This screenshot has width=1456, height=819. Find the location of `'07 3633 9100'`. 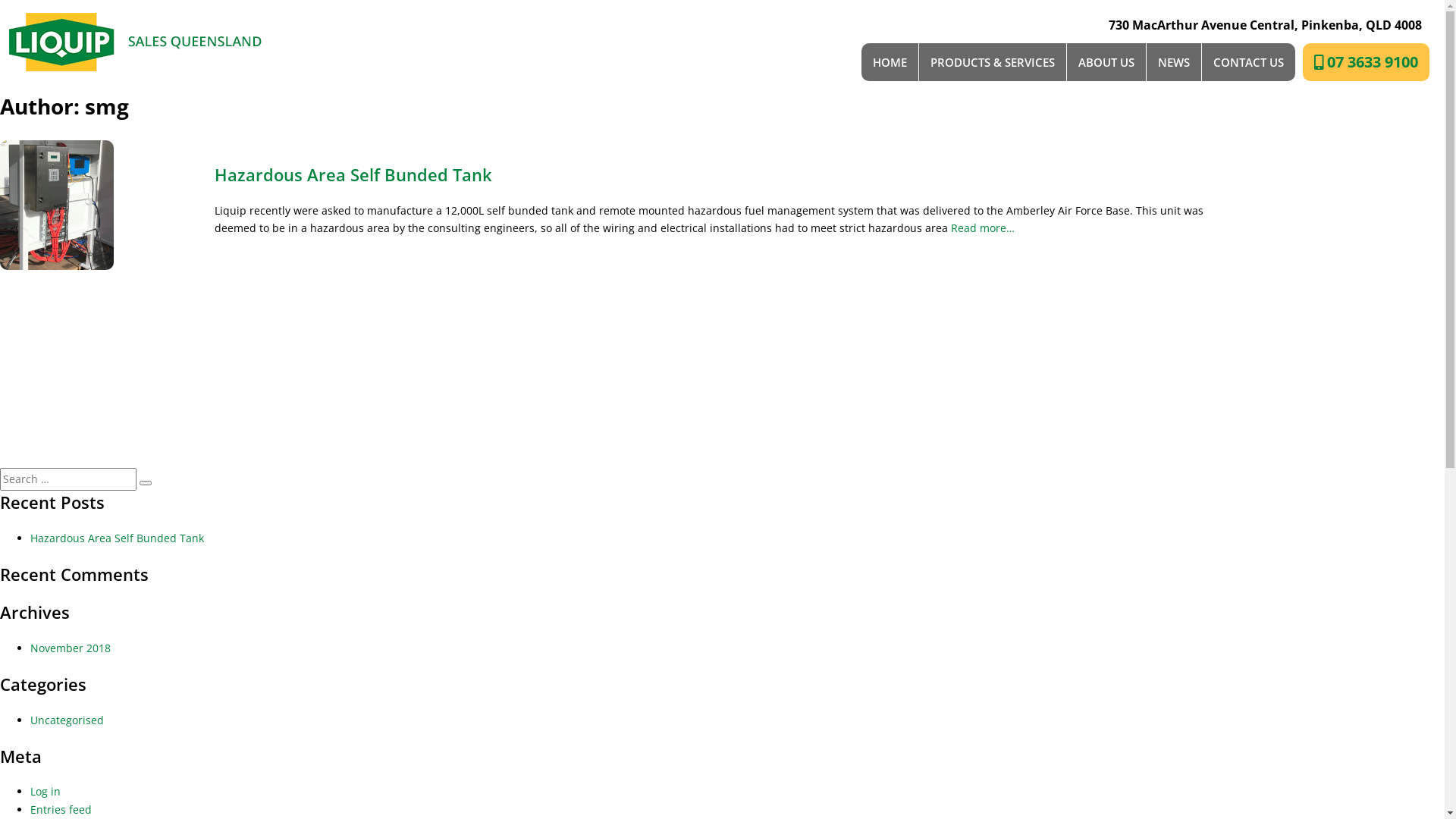

'07 3633 9100' is located at coordinates (1366, 61).